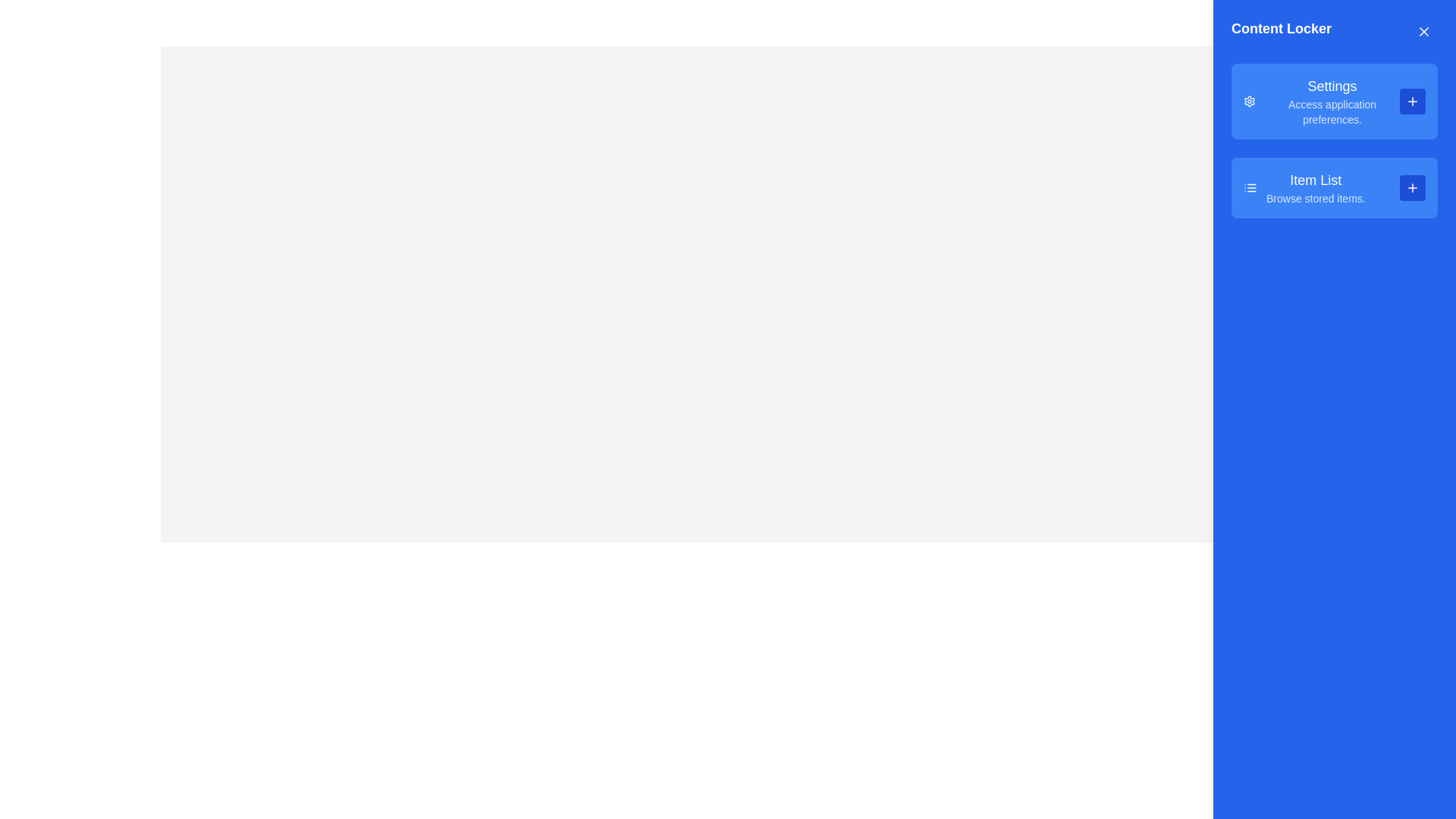 The height and width of the screenshot is (819, 1456). I want to click on the cogwheel icon to the left of the 'Settings' text under the 'Content Locker' section, so click(1250, 102).